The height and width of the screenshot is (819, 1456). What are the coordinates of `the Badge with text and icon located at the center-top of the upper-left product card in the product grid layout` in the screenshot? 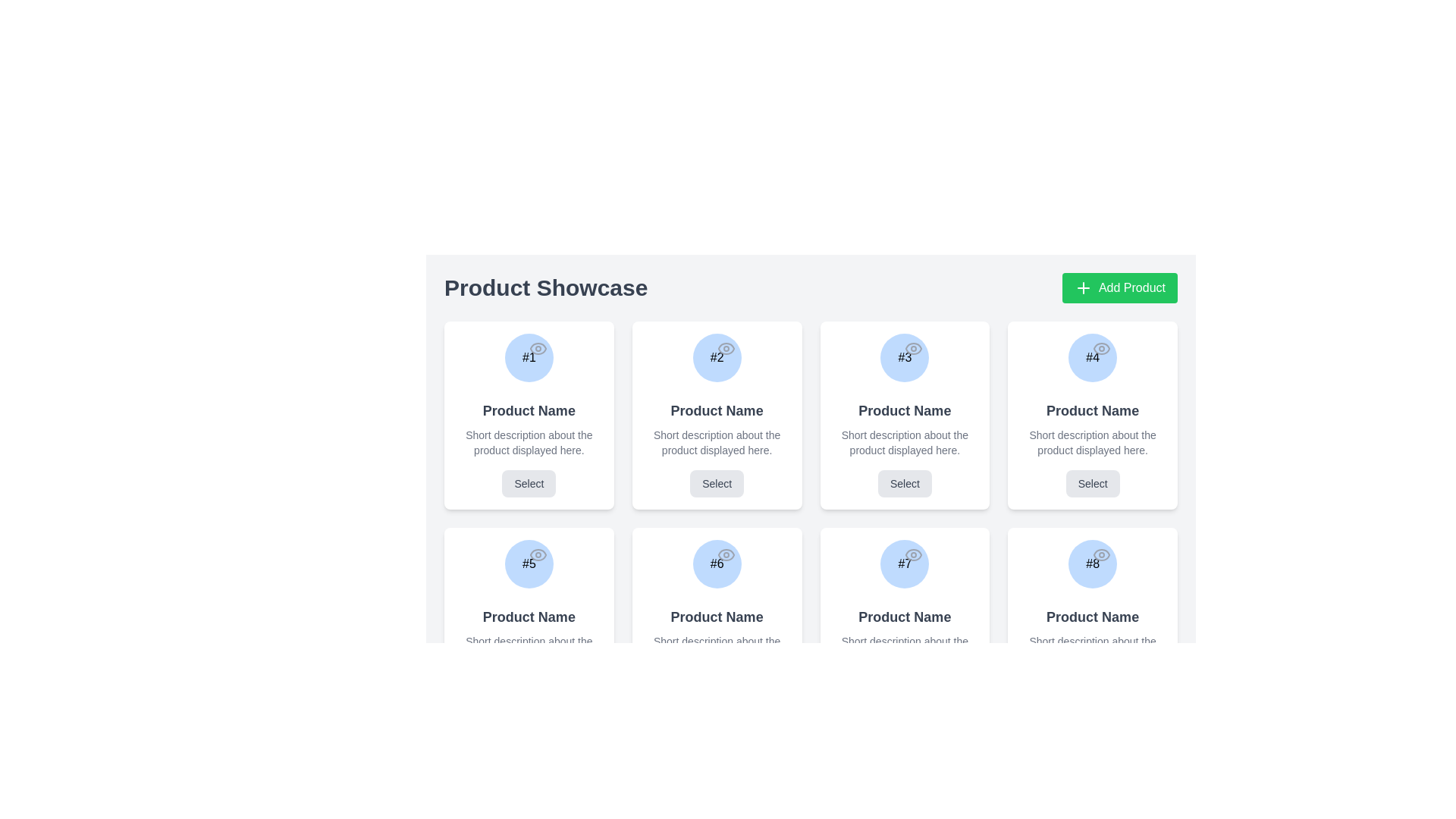 It's located at (529, 357).